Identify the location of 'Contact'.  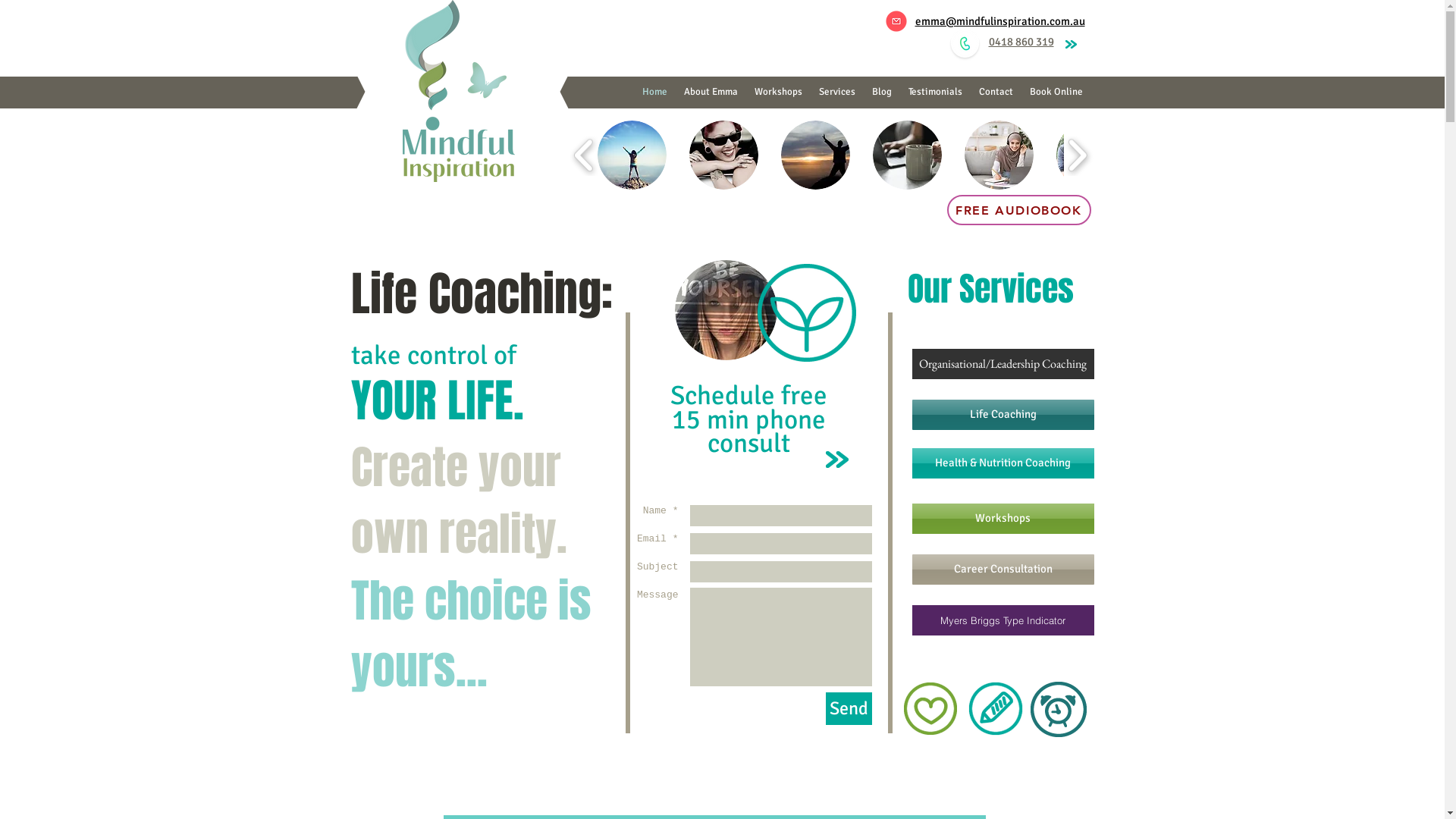
(996, 92).